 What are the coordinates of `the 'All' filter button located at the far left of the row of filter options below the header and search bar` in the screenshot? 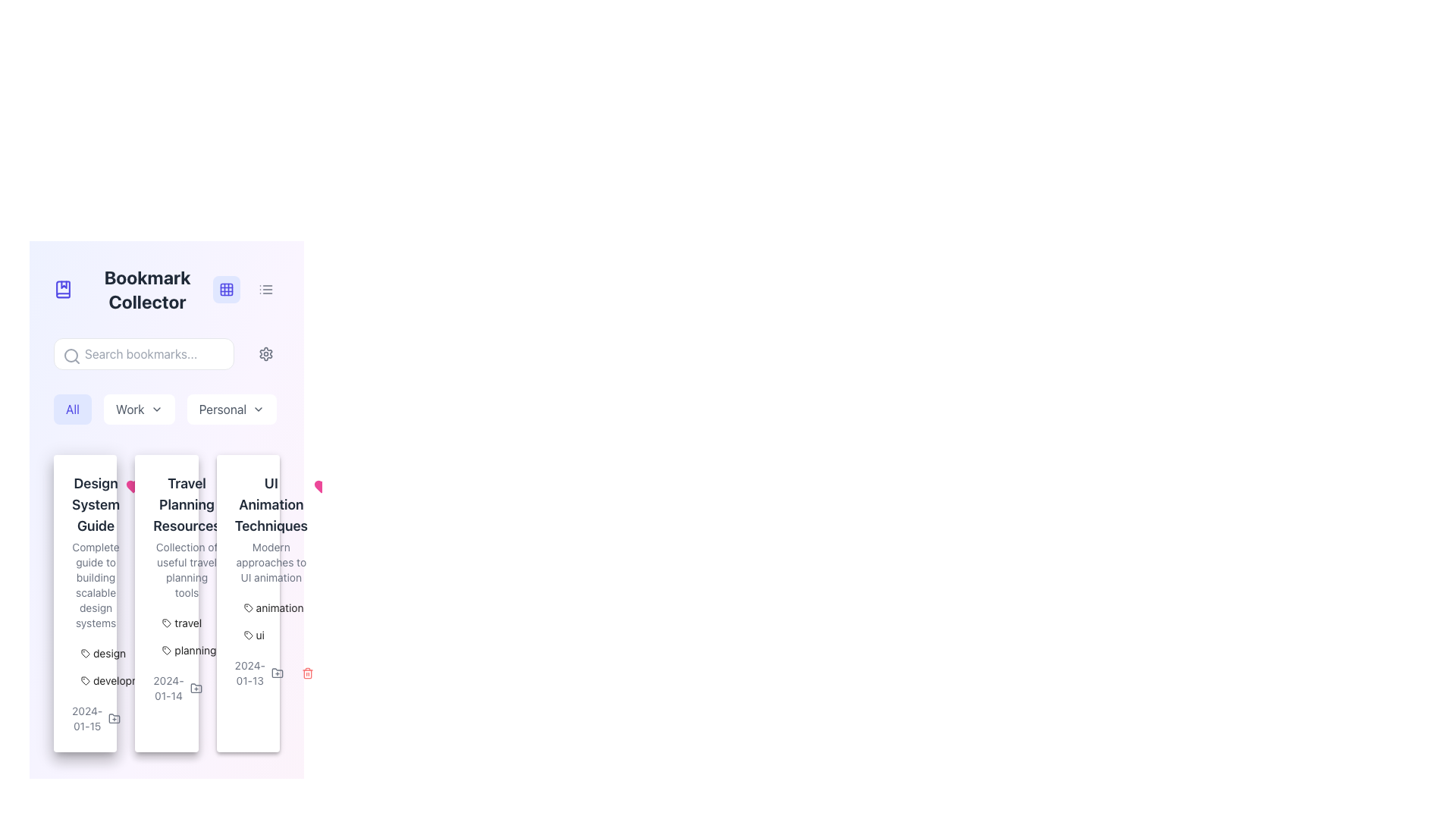 It's located at (72, 409).